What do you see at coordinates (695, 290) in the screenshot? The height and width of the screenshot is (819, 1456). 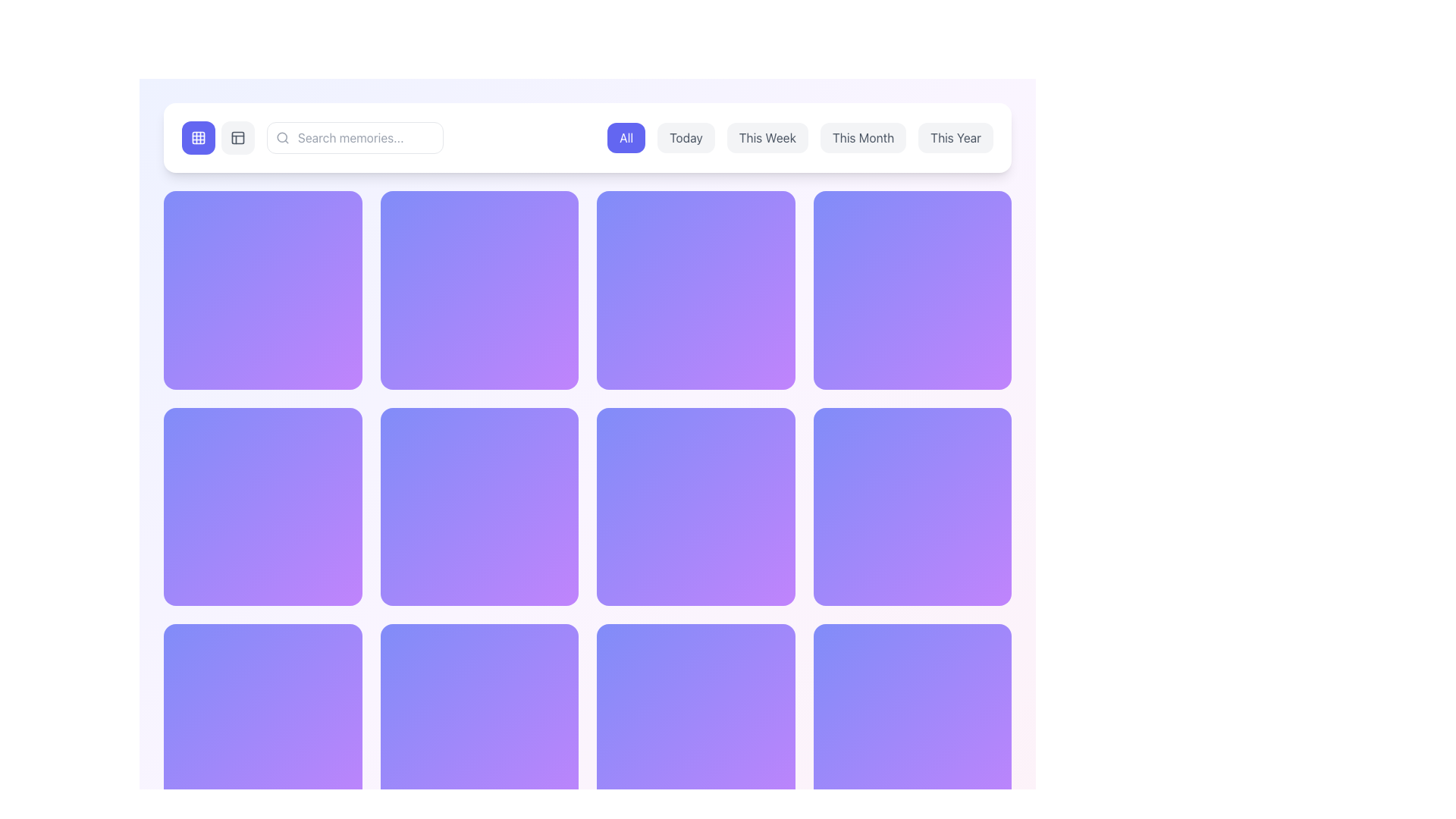 I see `the interactive card-style element with a gradient background transitioning from indigo to purple, located in the second column of the first row` at bounding box center [695, 290].